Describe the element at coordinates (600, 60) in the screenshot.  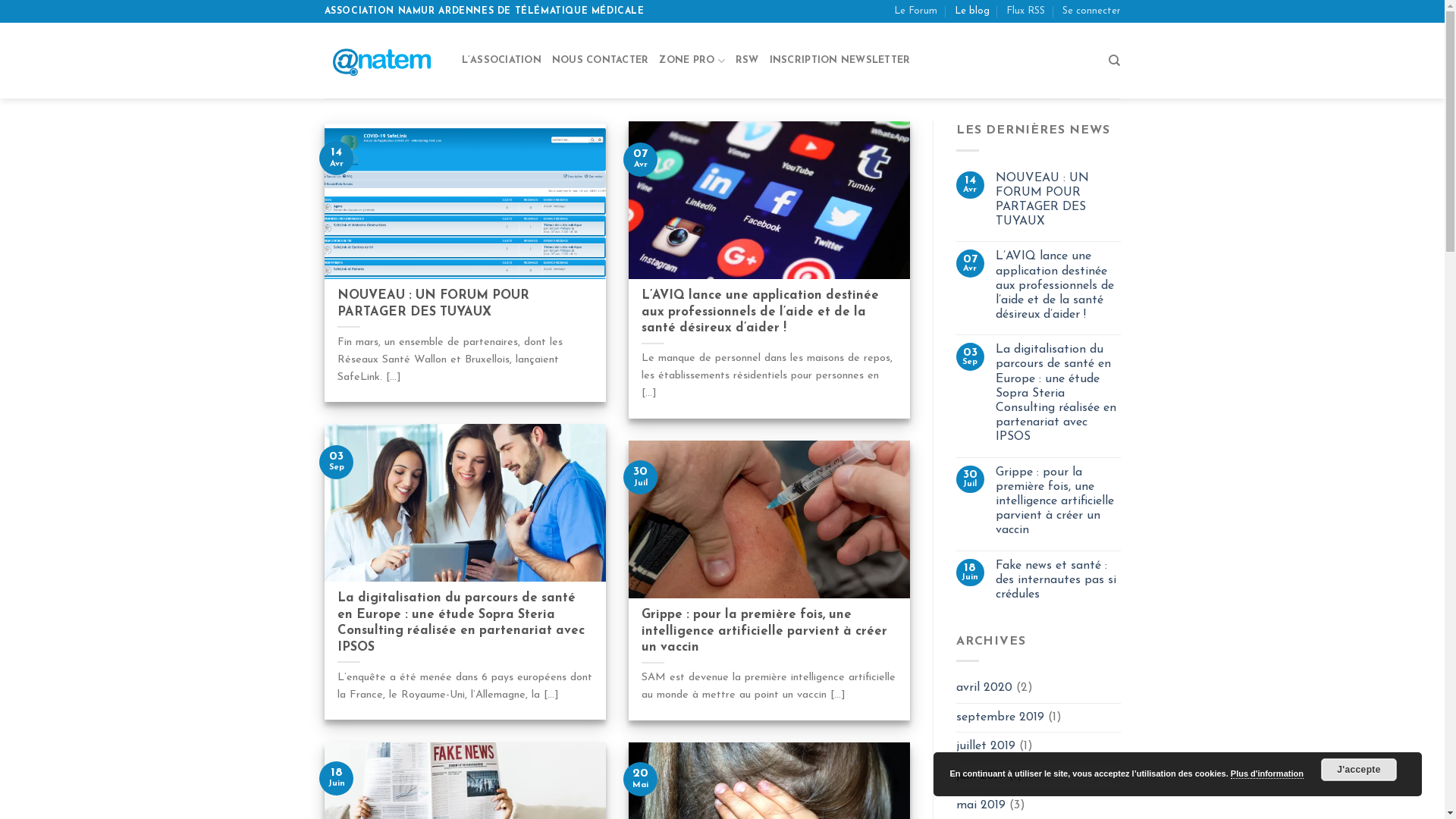
I see `'NOUS CONTACTER'` at that location.